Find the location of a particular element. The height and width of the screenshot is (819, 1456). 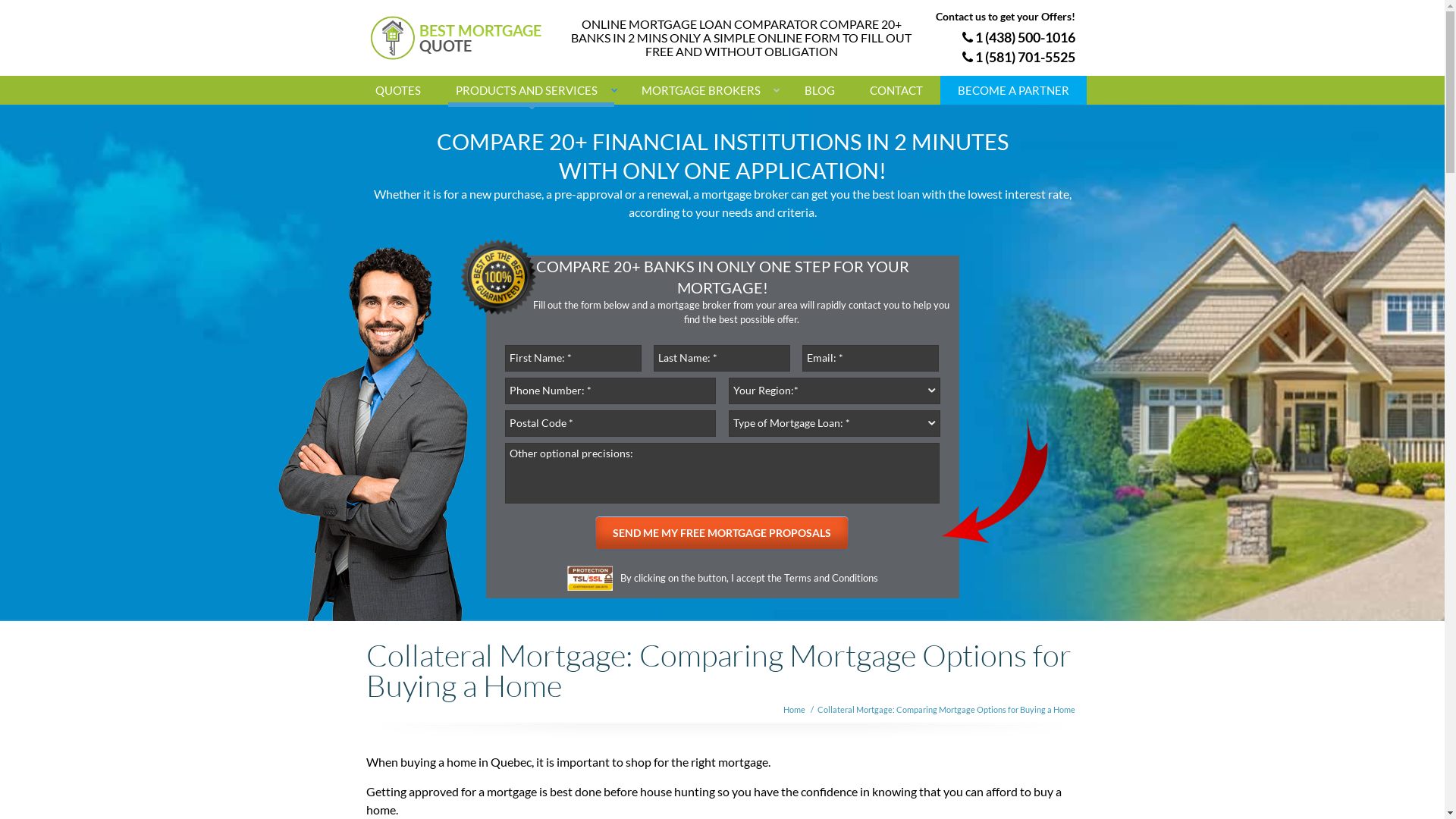

'MORTGAGE BROKERS' is located at coordinates (704, 90).